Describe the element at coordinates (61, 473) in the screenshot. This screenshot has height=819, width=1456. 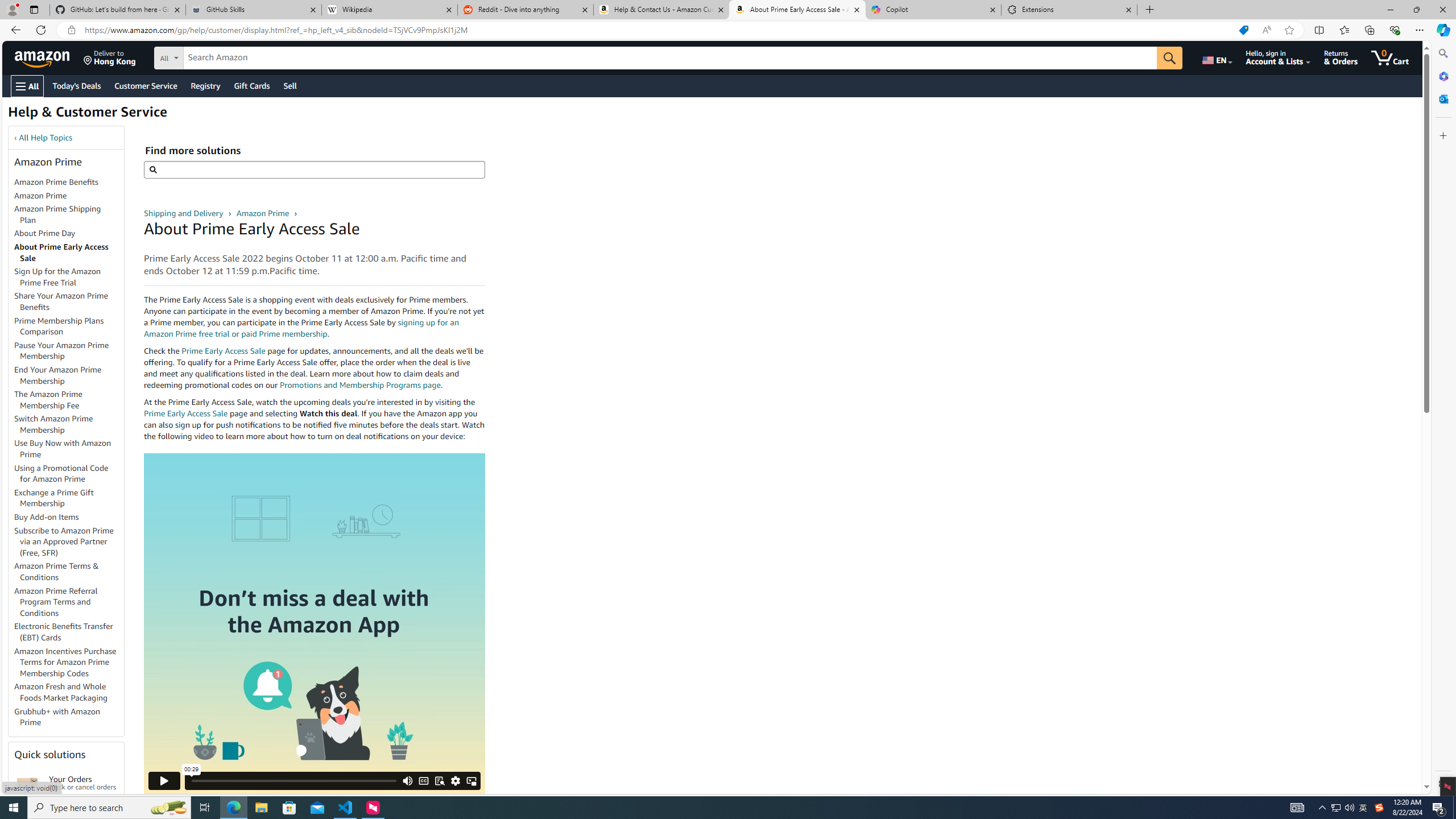
I see `'Using a Promotional Code for Amazon Prime'` at that location.